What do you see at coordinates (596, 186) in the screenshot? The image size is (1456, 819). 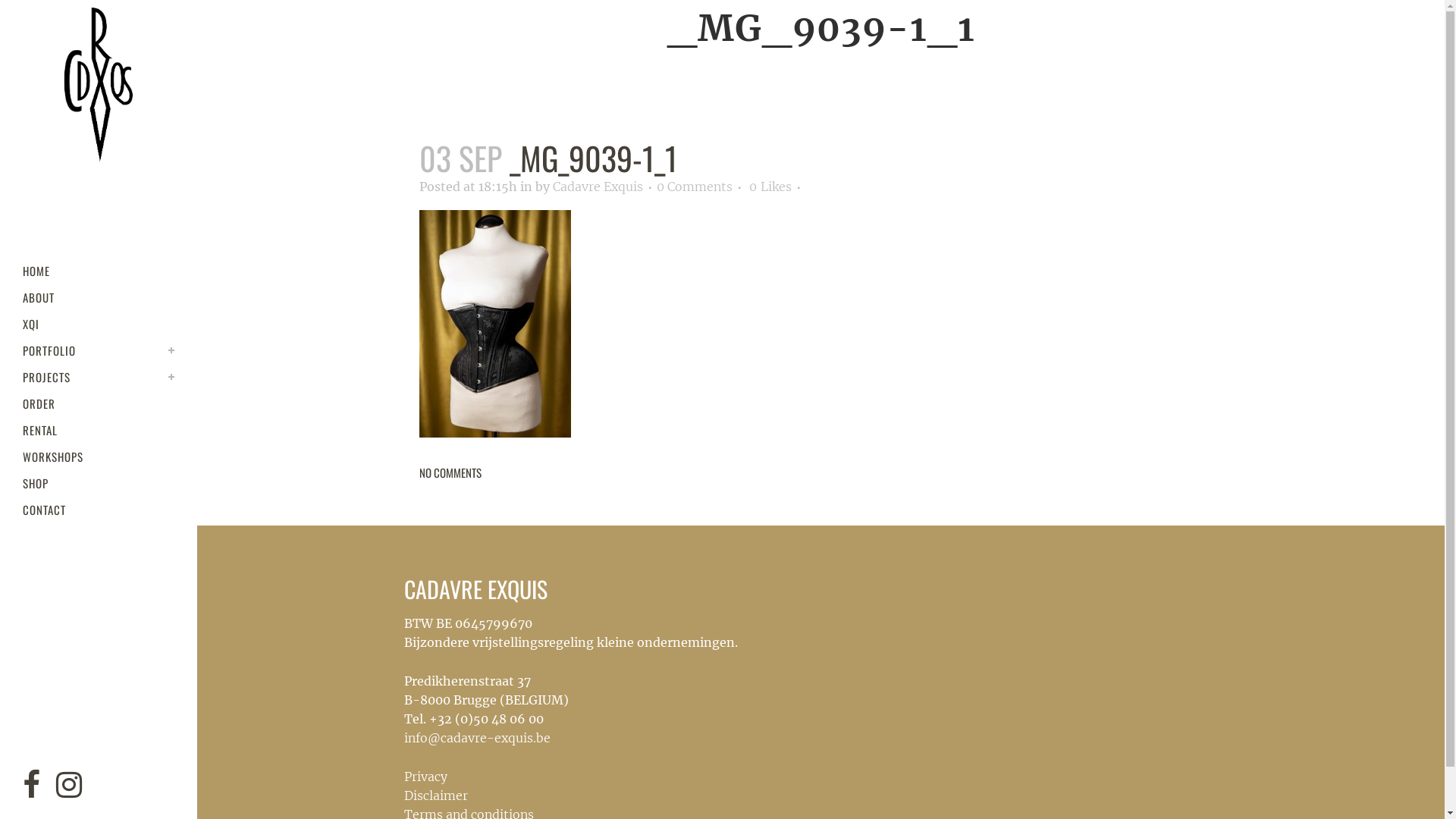 I see `'Cadavre Exquis'` at bounding box center [596, 186].